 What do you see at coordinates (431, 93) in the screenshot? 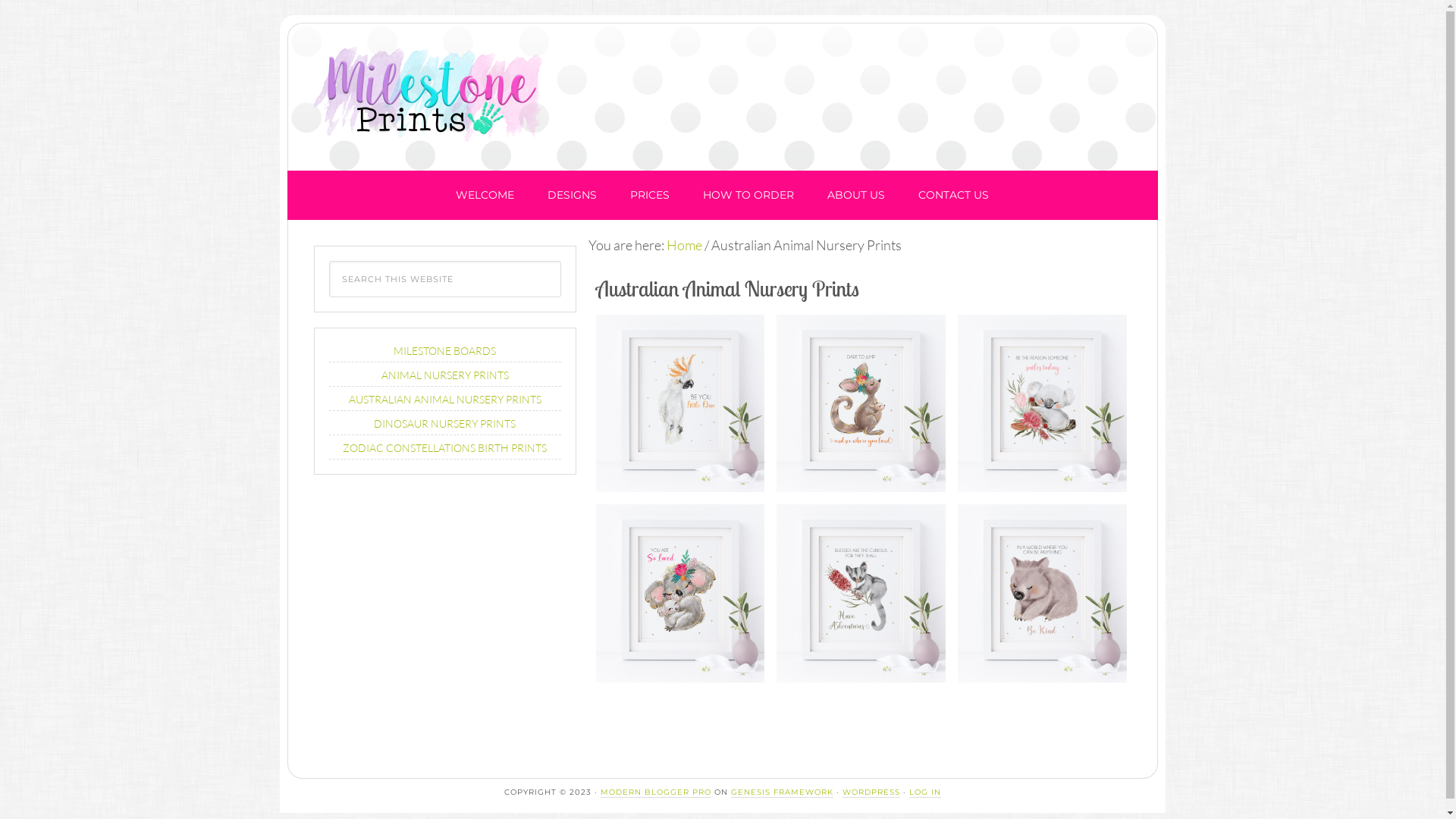
I see `'Milestone Prints'` at bounding box center [431, 93].